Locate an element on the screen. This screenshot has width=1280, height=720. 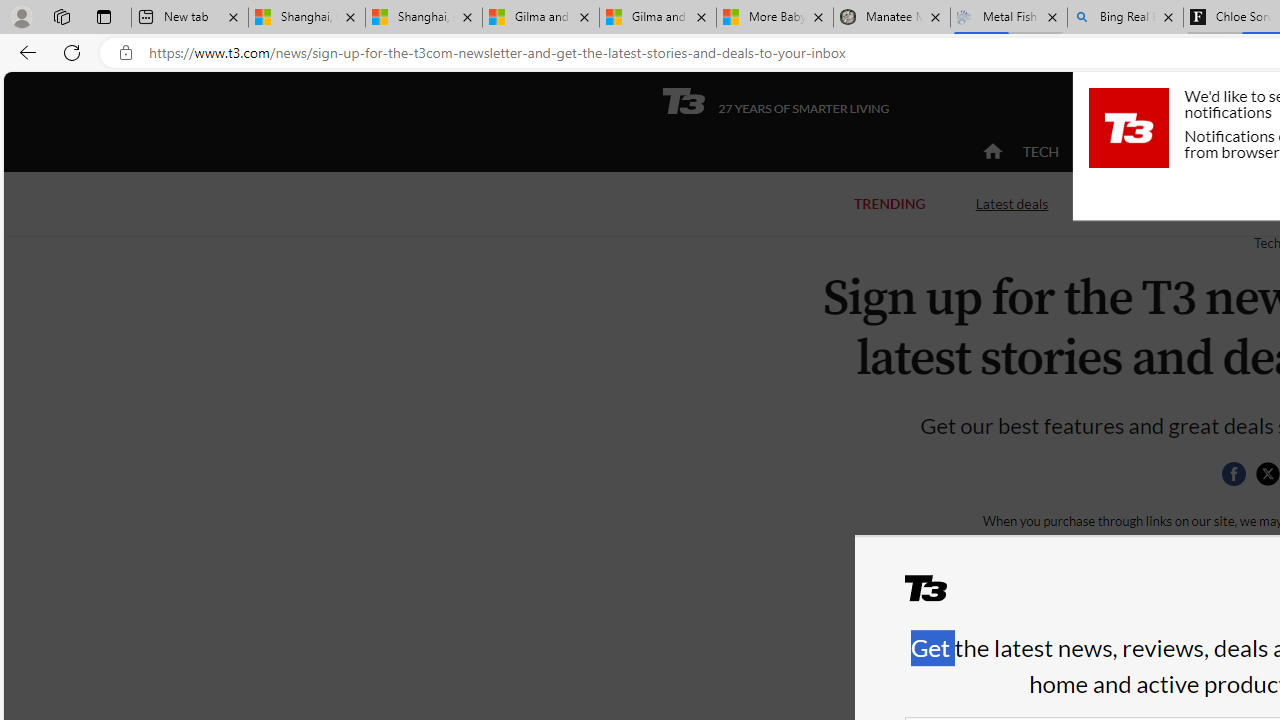
'Gilma and Hector both pose tropical trouble for Hawaii' is located at coordinates (657, 17).